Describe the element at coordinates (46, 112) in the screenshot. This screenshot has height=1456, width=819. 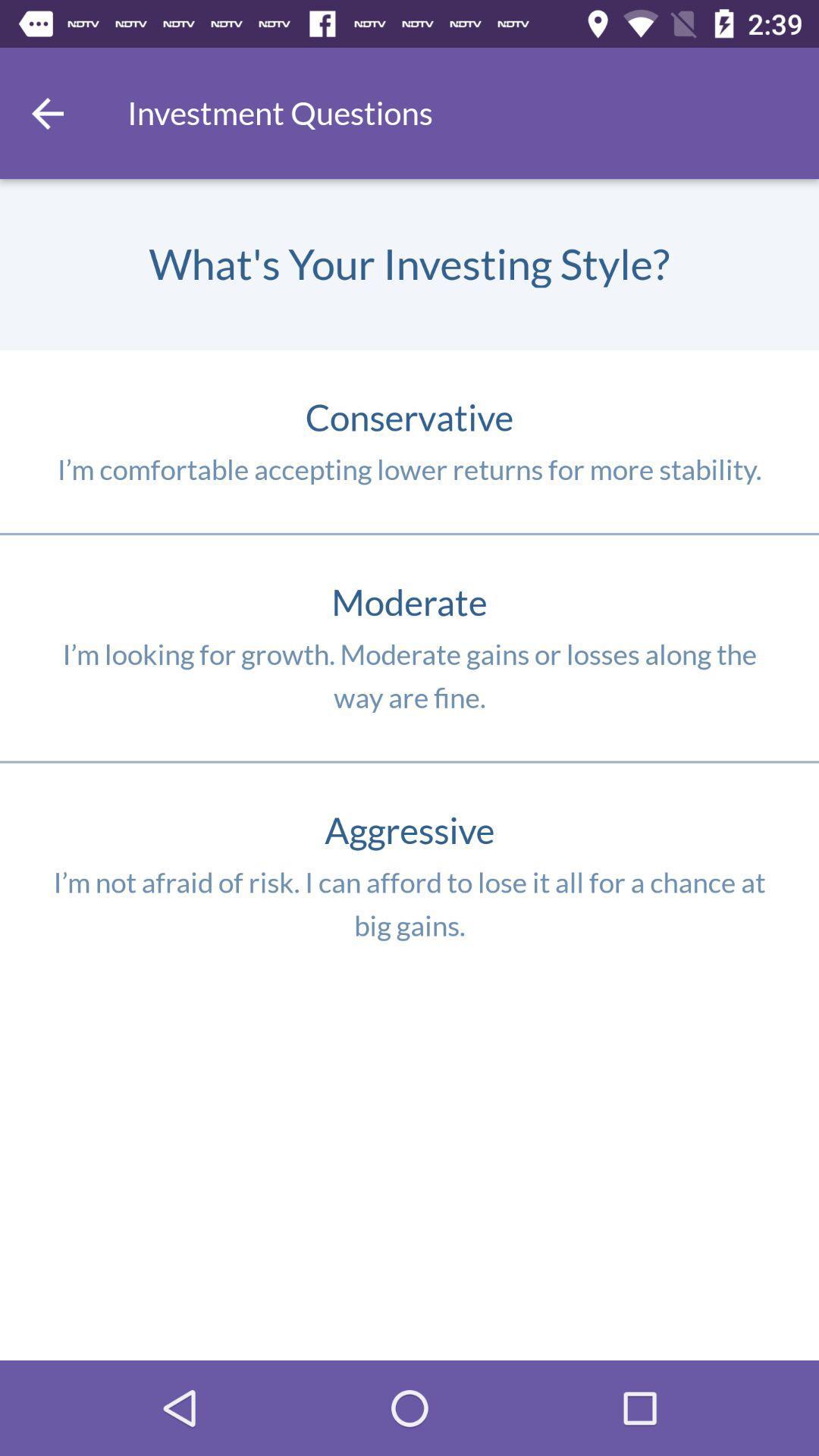
I see `the item to the left of the investment questions item` at that location.